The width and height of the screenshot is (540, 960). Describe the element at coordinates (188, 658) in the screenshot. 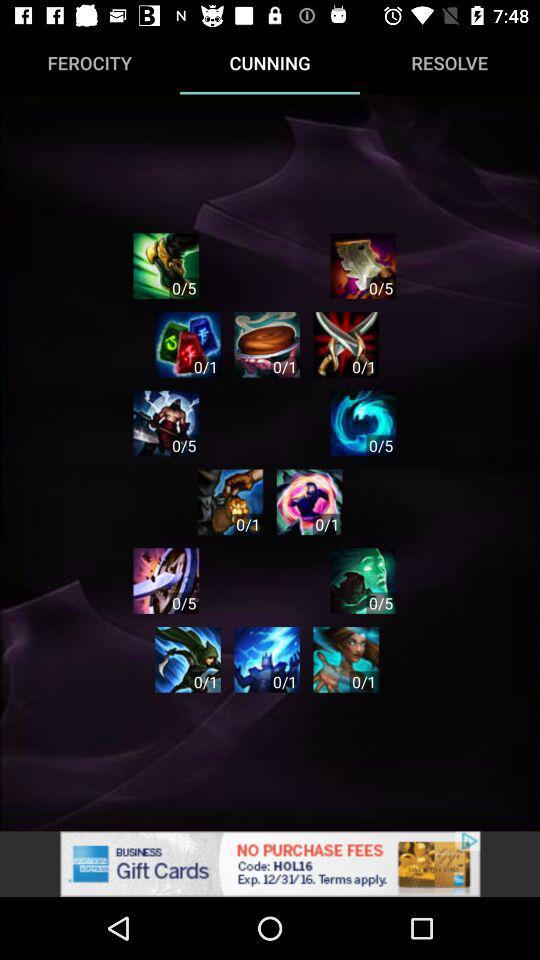

I see `for some image` at that location.